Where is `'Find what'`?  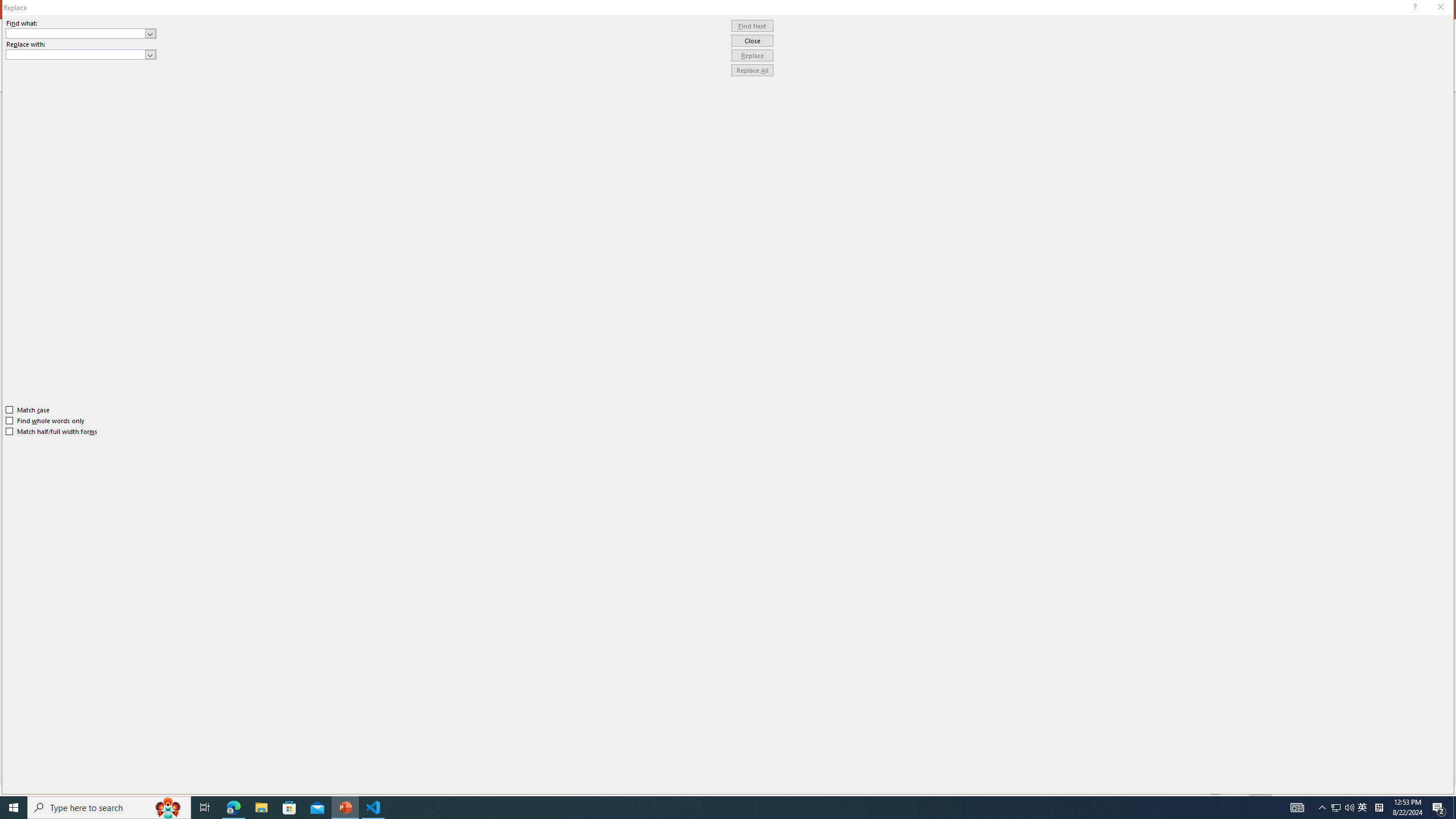
'Find what' is located at coordinates (76, 33).